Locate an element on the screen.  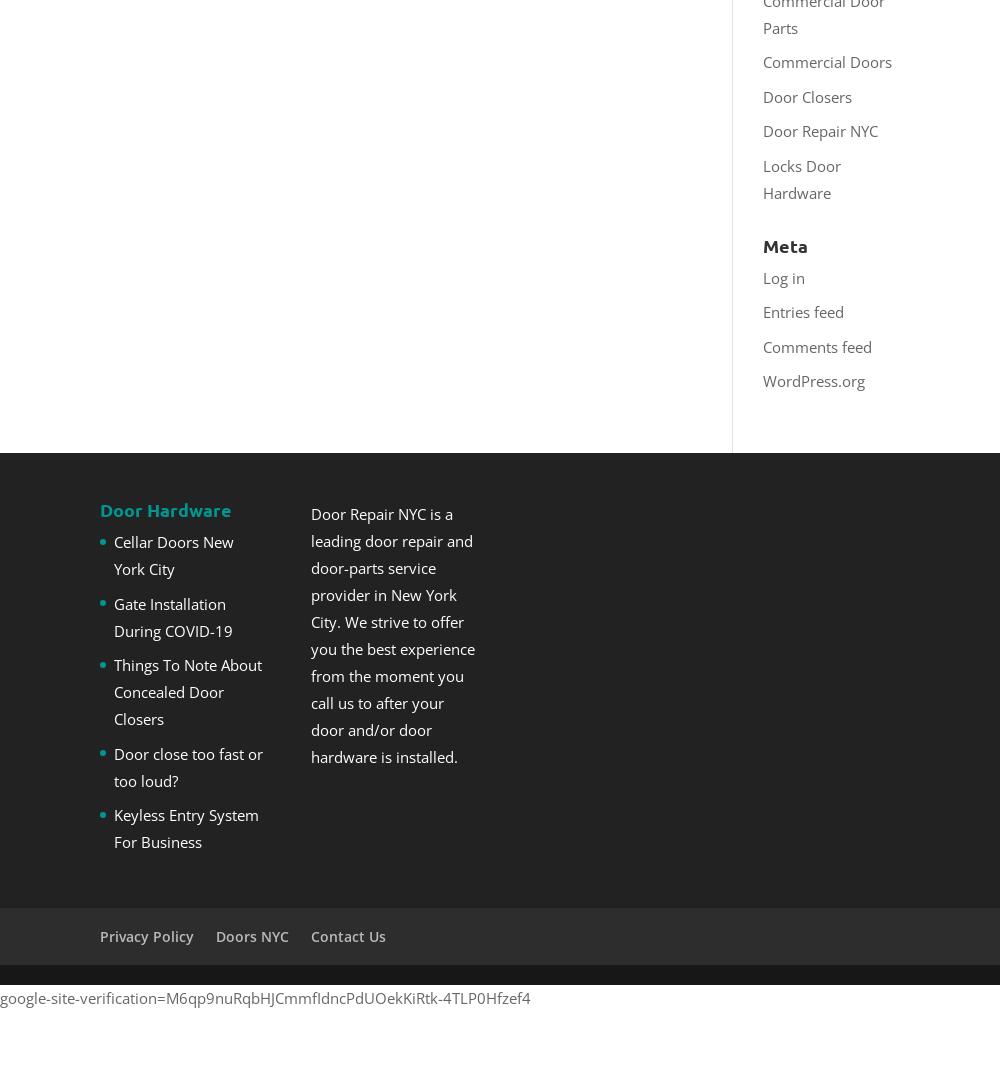
'Gate Installation During COVID-19' is located at coordinates (113, 615).